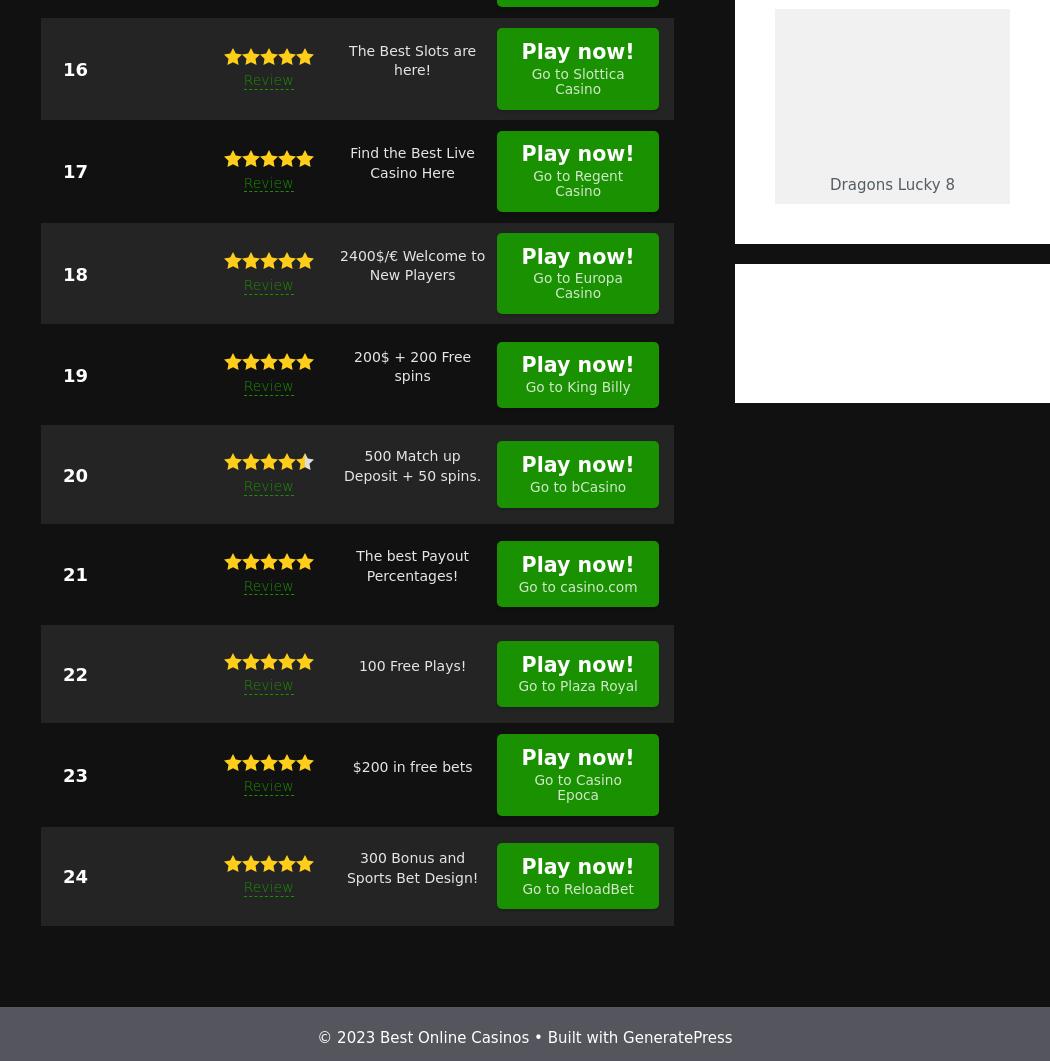  I want to click on 'Dragons lucky 8', so click(890, 184).